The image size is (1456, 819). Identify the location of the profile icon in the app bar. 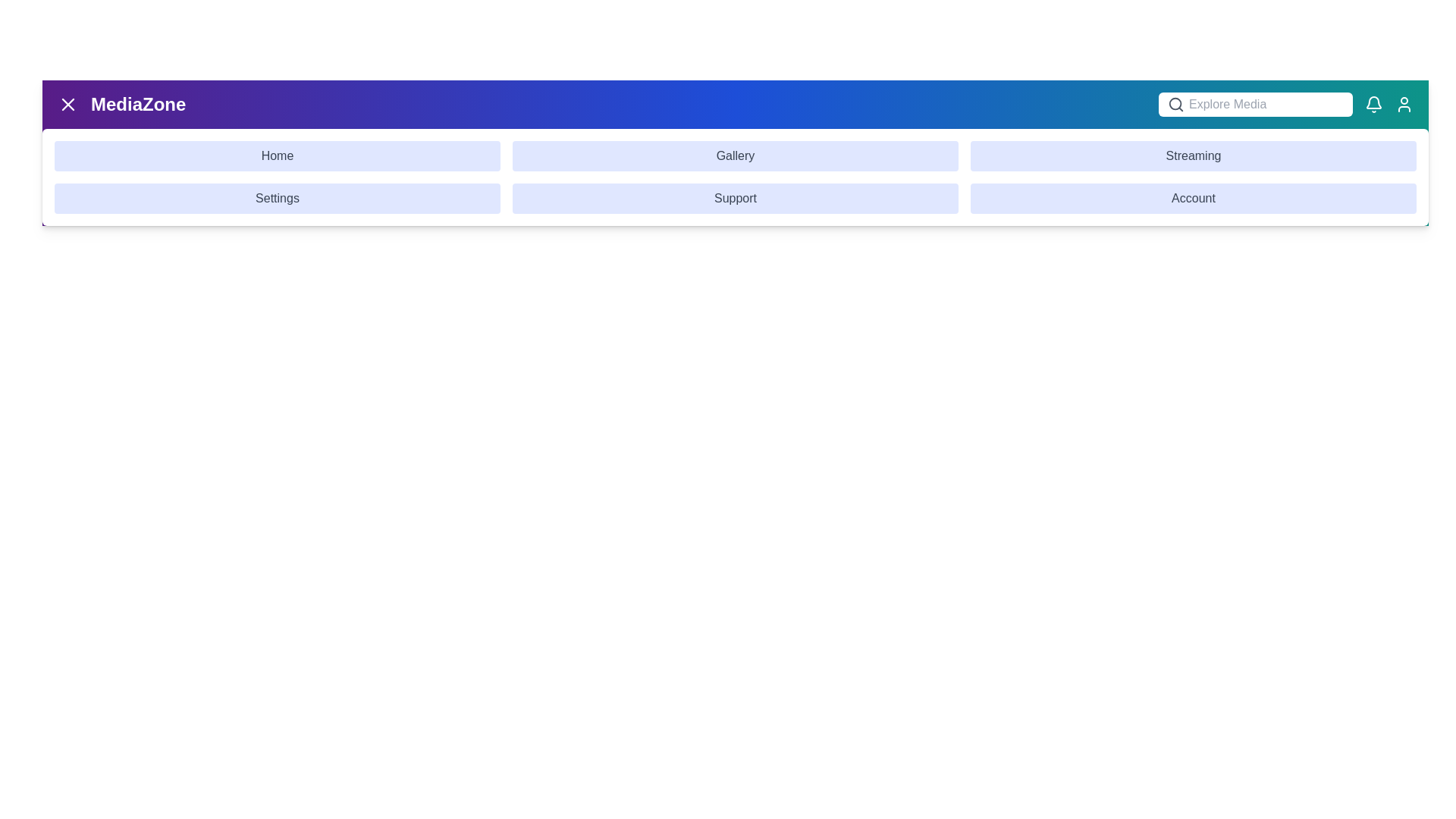
(1404, 104).